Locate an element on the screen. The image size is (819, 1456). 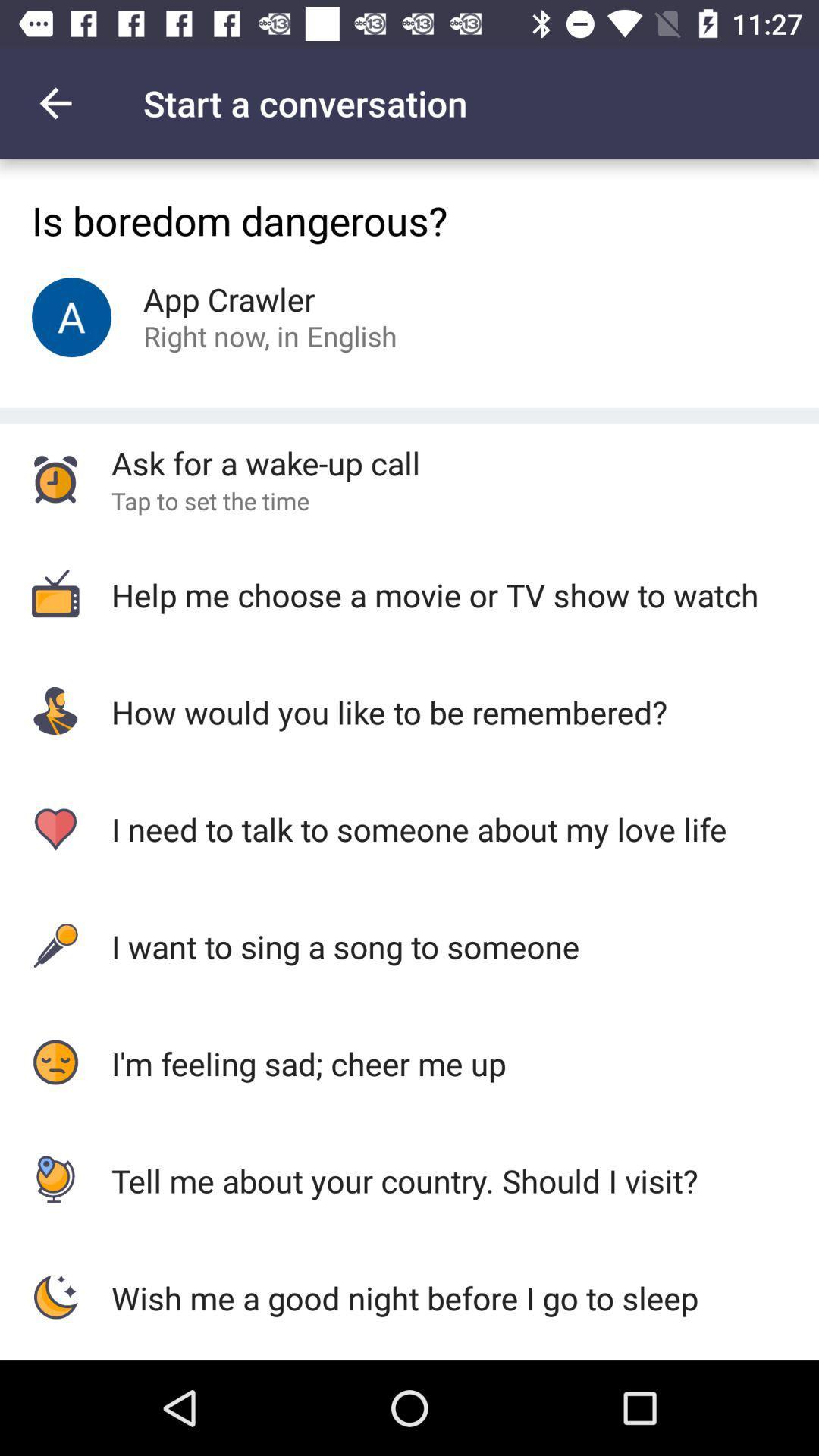
the icon above ask for a is located at coordinates (352, 335).